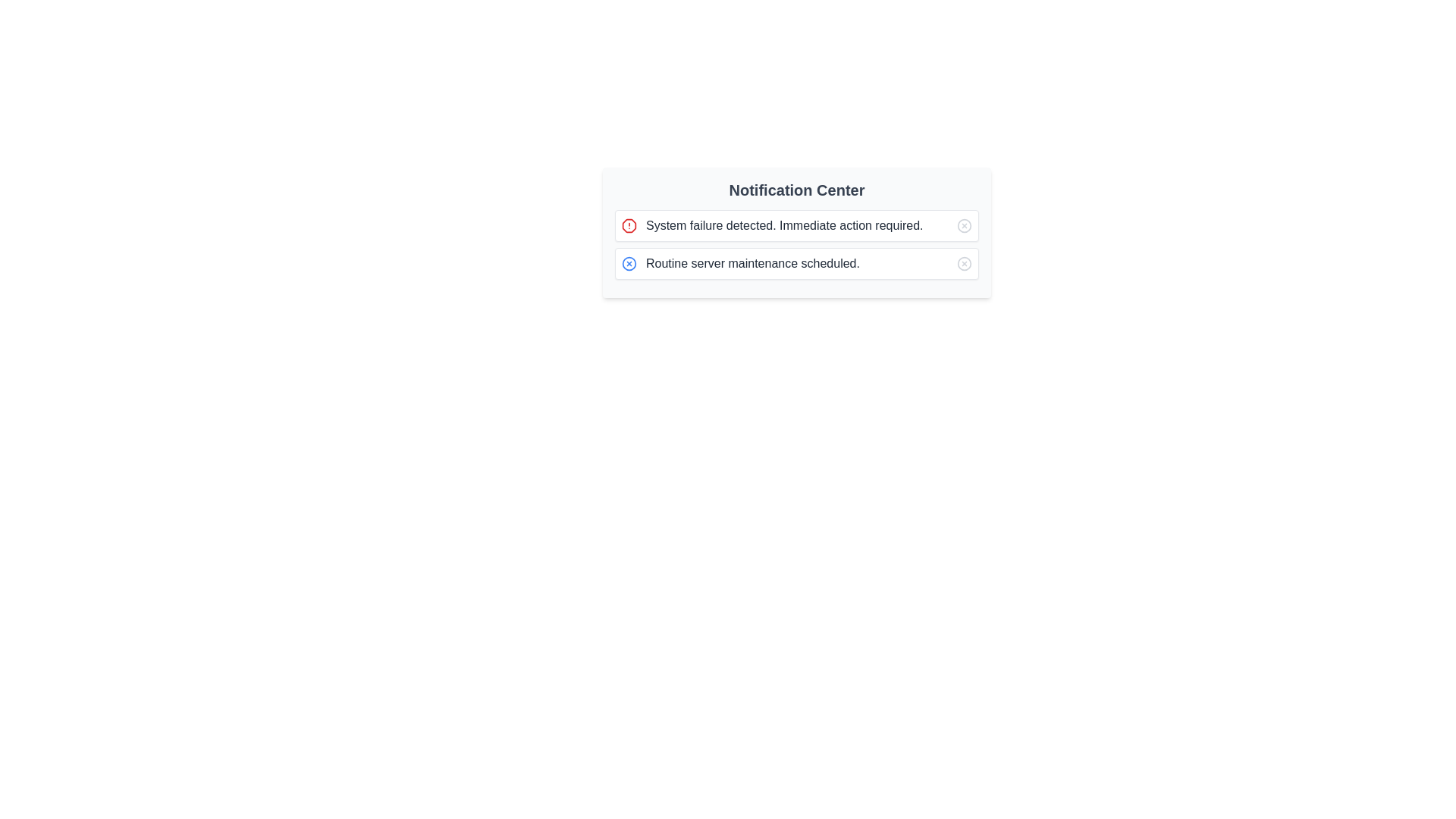  What do you see at coordinates (796, 262) in the screenshot?
I see `message on the second notification card in the Notification Center, which displays a scheduled maintenance message and is positioned below the system failure notification` at bounding box center [796, 262].